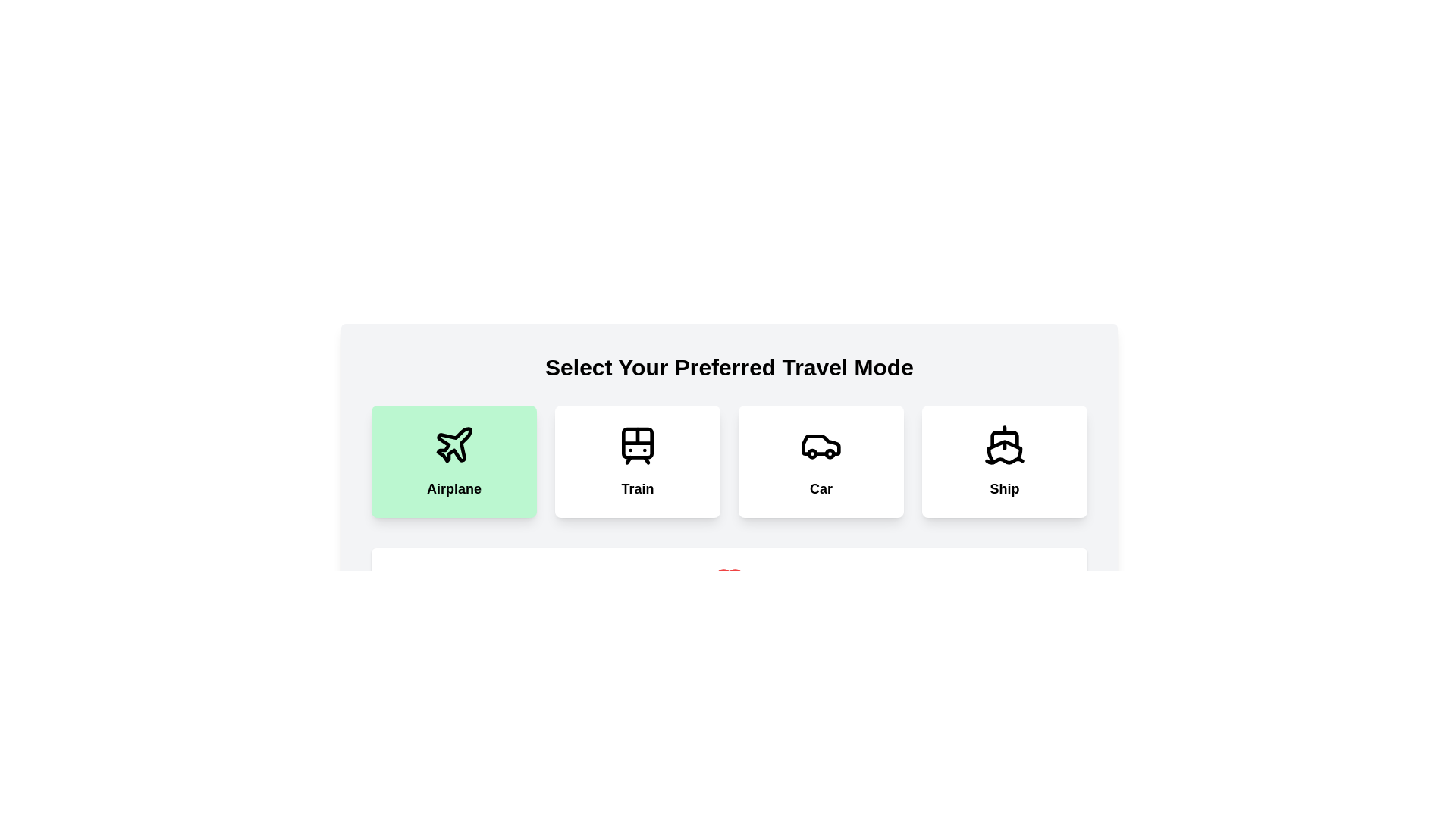 This screenshot has width=1456, height=819. I want to click on the airplane icon within the first button in the horizontal row of four options, so click(453, 444).